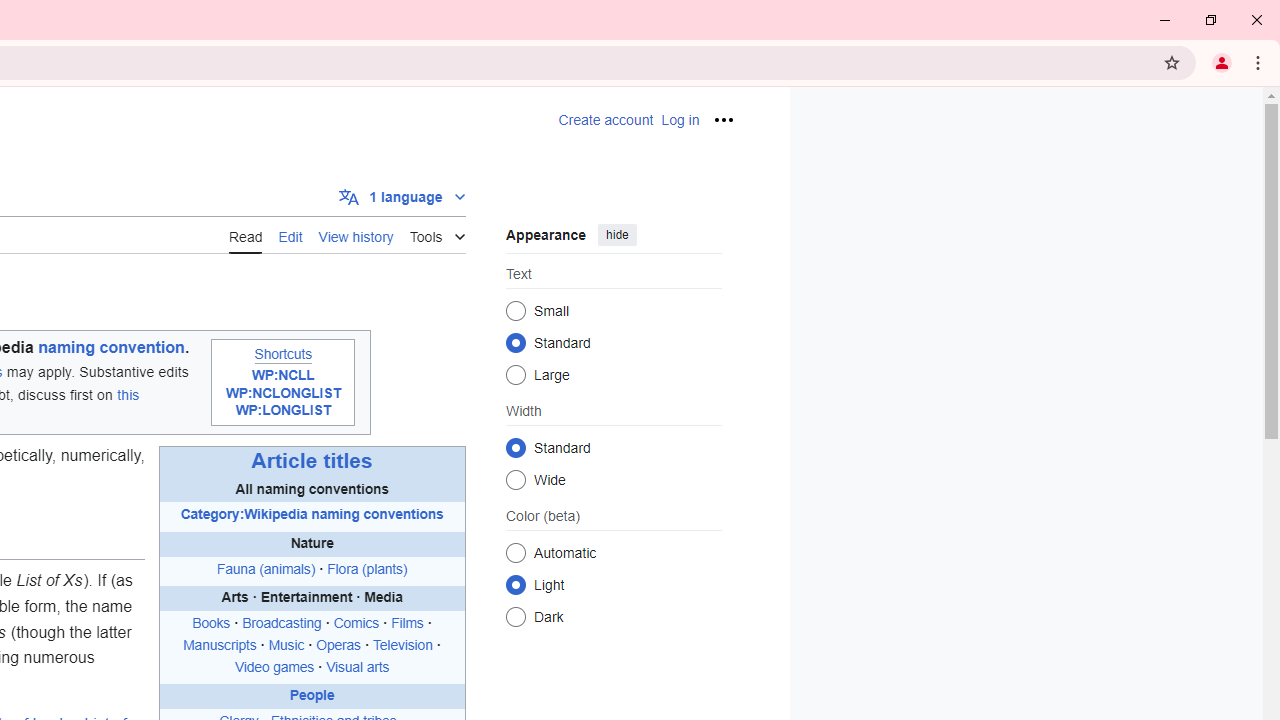 The width and height of the screenshot is (1280, 720). Describe the element at coordinates (358, 667) in the screenshot. I see `'Visual arts'` at that location.